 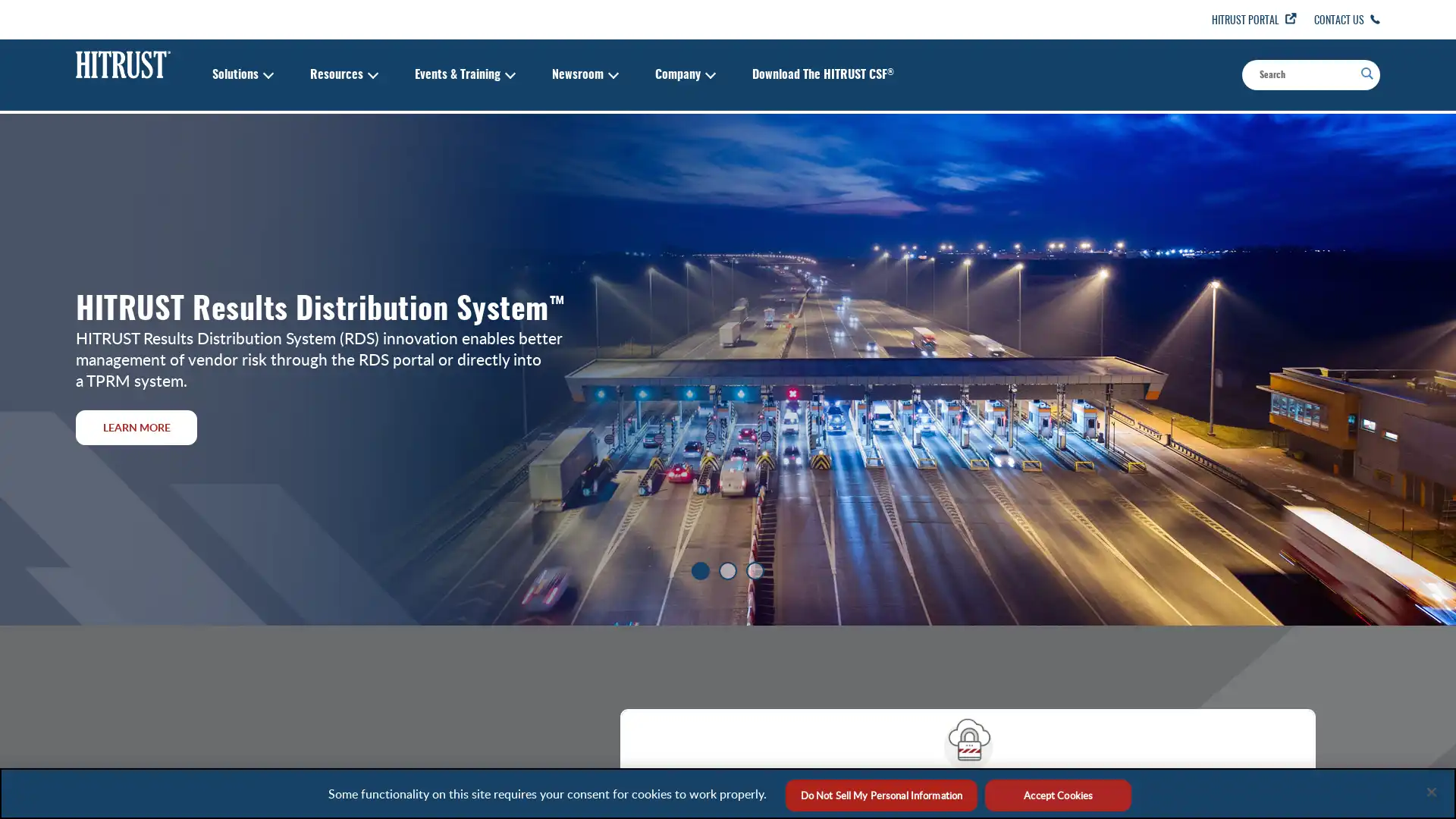 I want to click on Close, so click(x=1430, y=791).